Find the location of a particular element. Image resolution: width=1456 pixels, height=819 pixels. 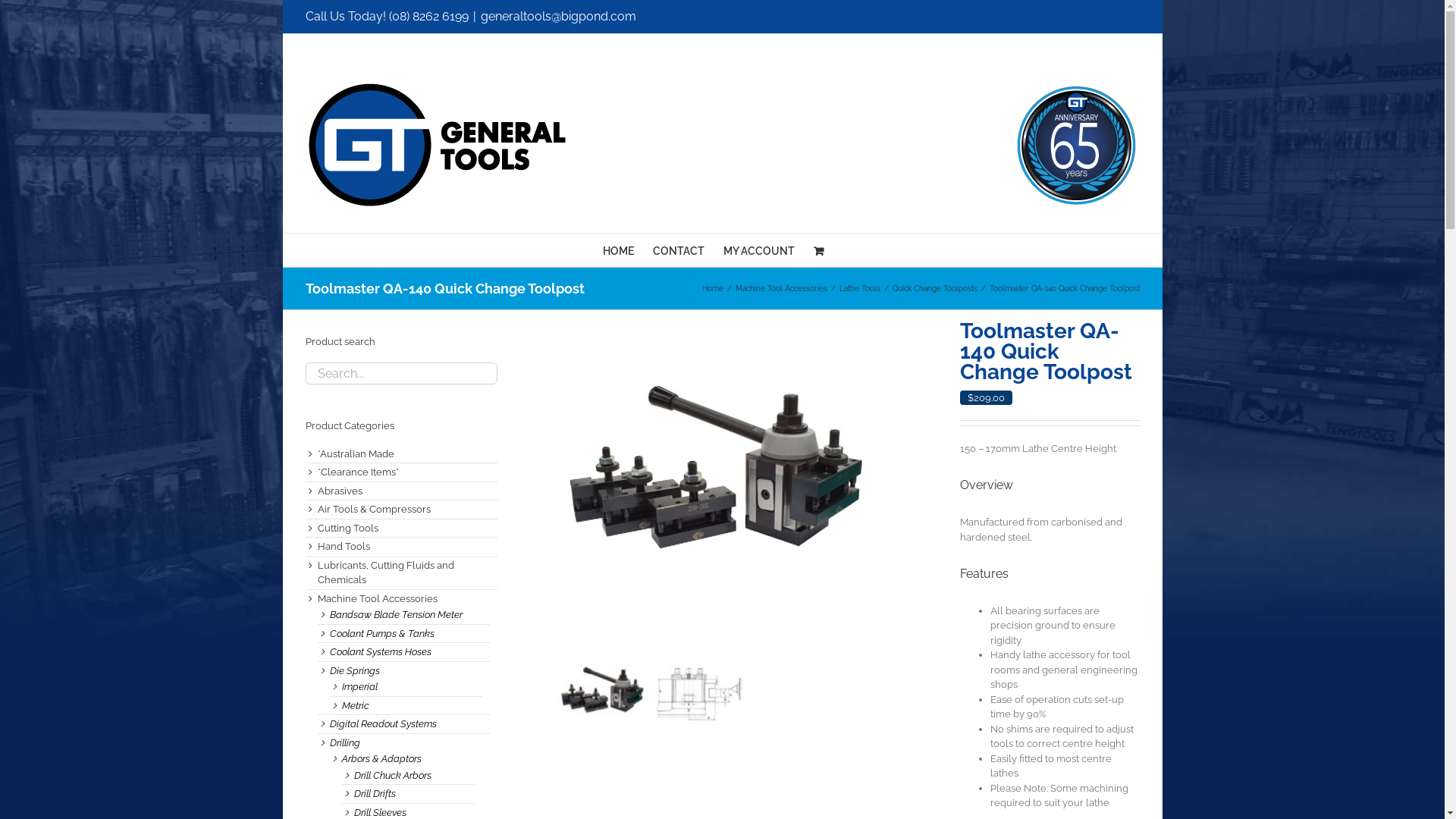

'Lathe Tools' is located at coordinates (858, 288).